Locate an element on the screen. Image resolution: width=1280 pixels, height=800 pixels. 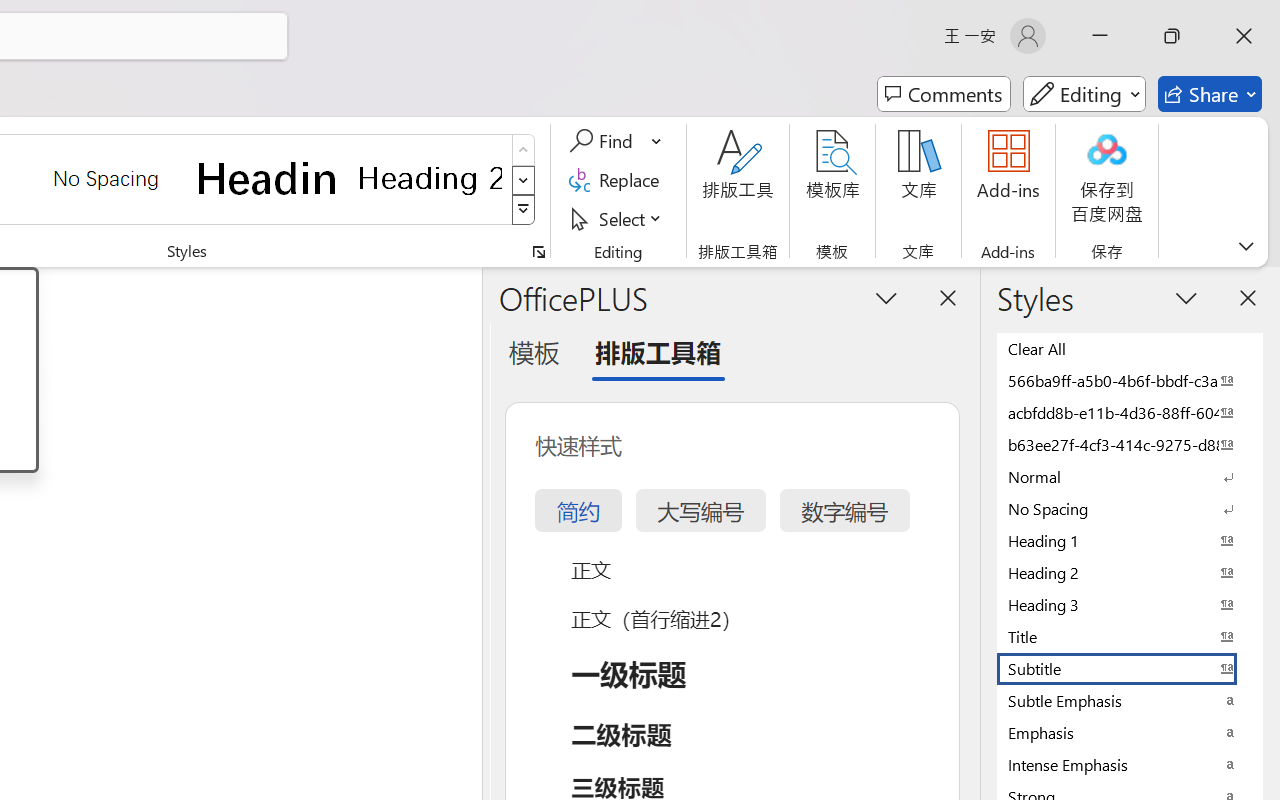
'Intense Emphasis' is located at coordinates (1130, 764).